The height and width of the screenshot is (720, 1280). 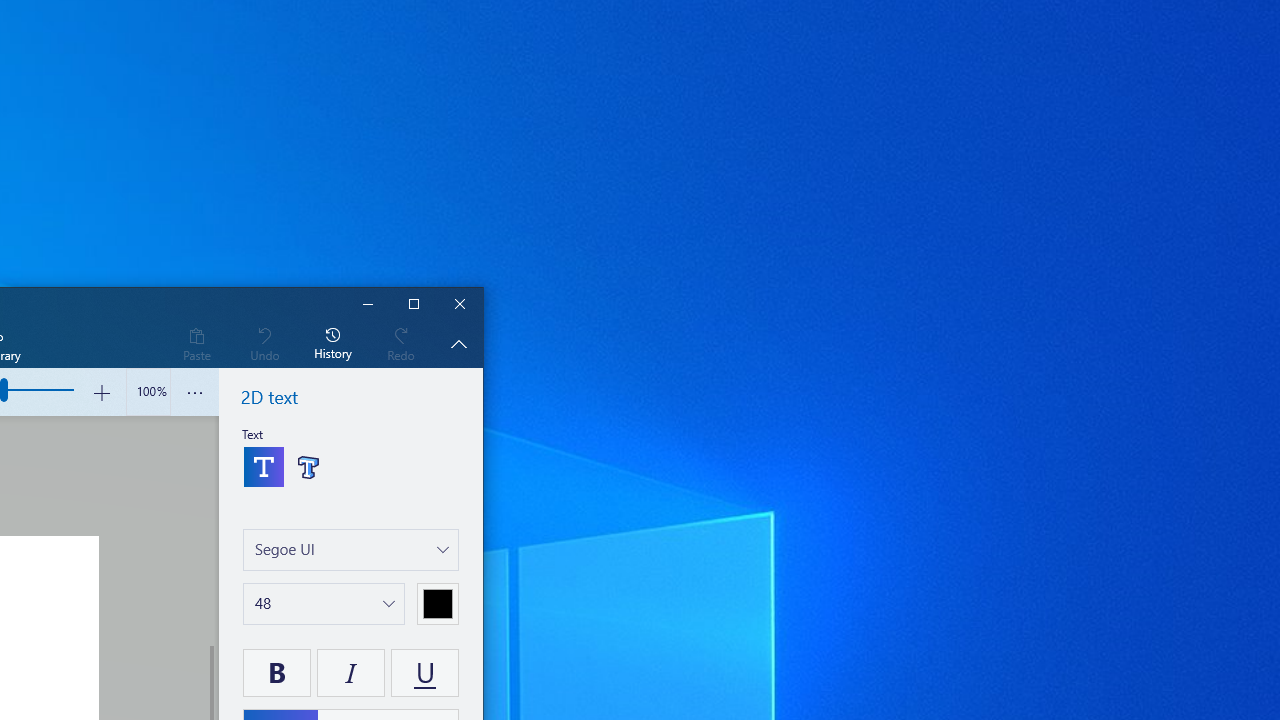 I want to click on 'Zoom slider', so click(x=147, y=392).